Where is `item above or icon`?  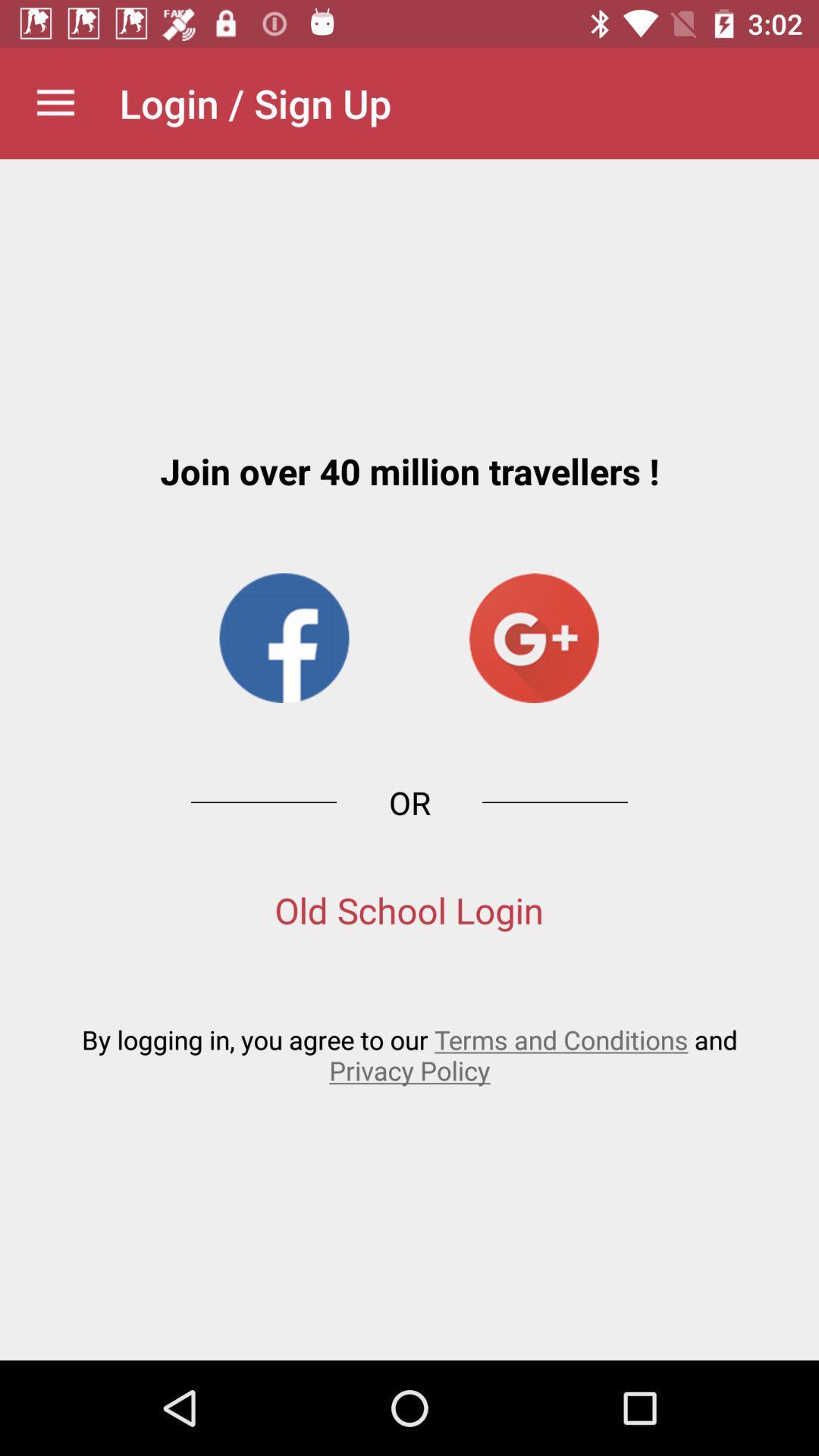 item above or icon is located at coordinates (284, 638).